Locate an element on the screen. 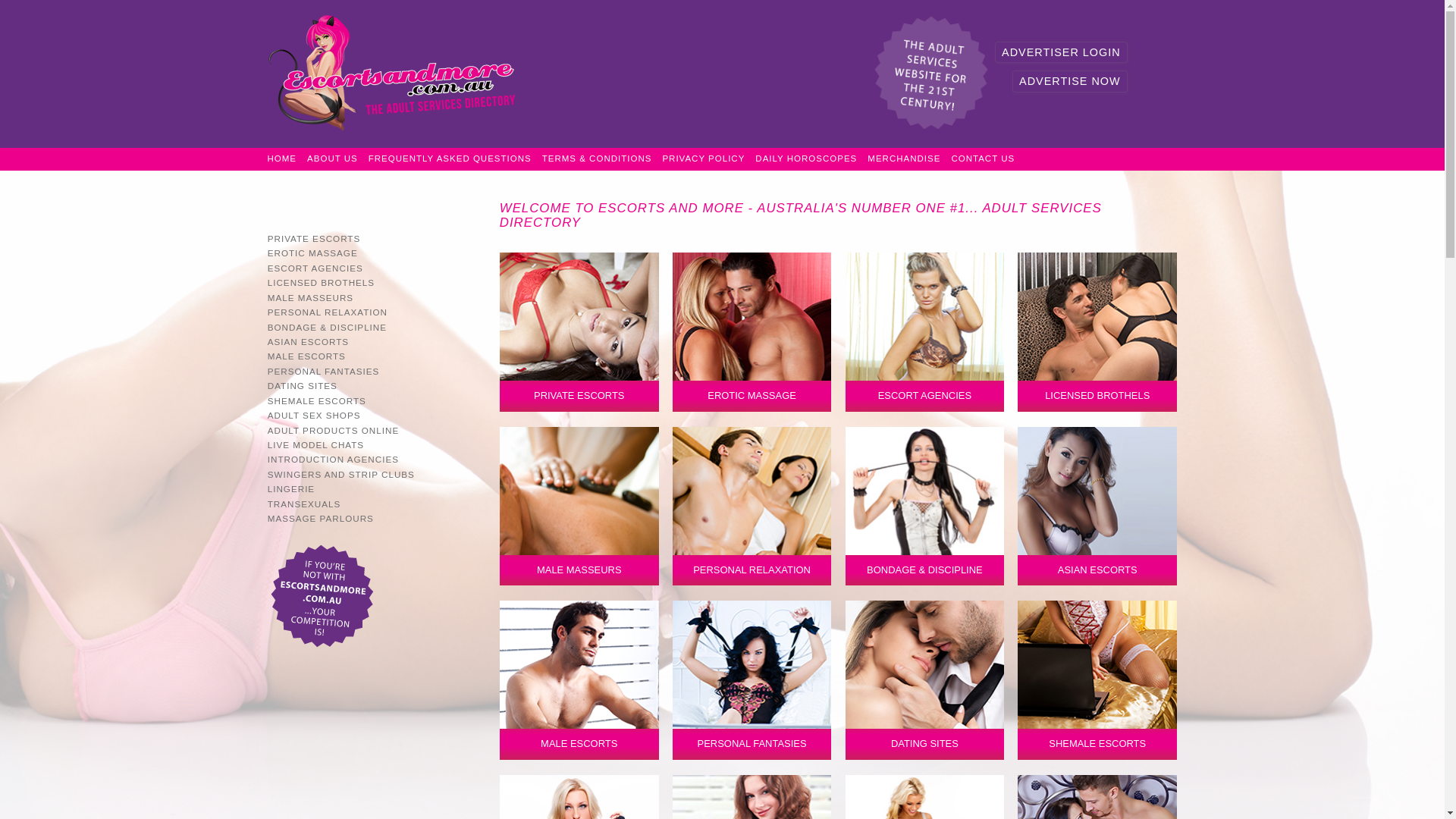 This screenshot has width=1456, height=819. 'ADULT PRODUCTS ONLINE' is located at coordinates (268, 430).